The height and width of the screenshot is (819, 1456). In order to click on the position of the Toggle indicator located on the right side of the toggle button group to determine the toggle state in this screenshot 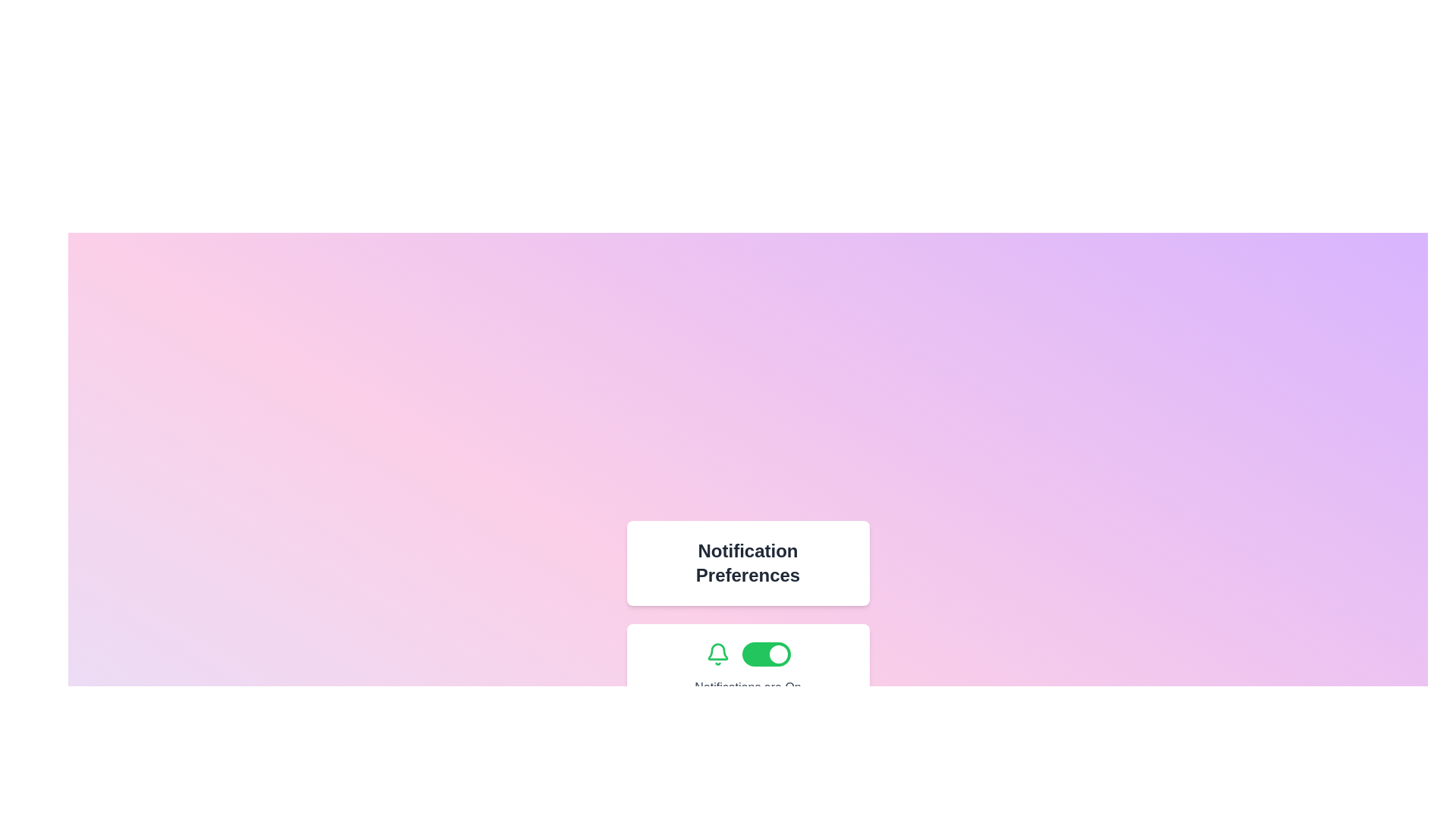, I will do `click(778, 654)`.